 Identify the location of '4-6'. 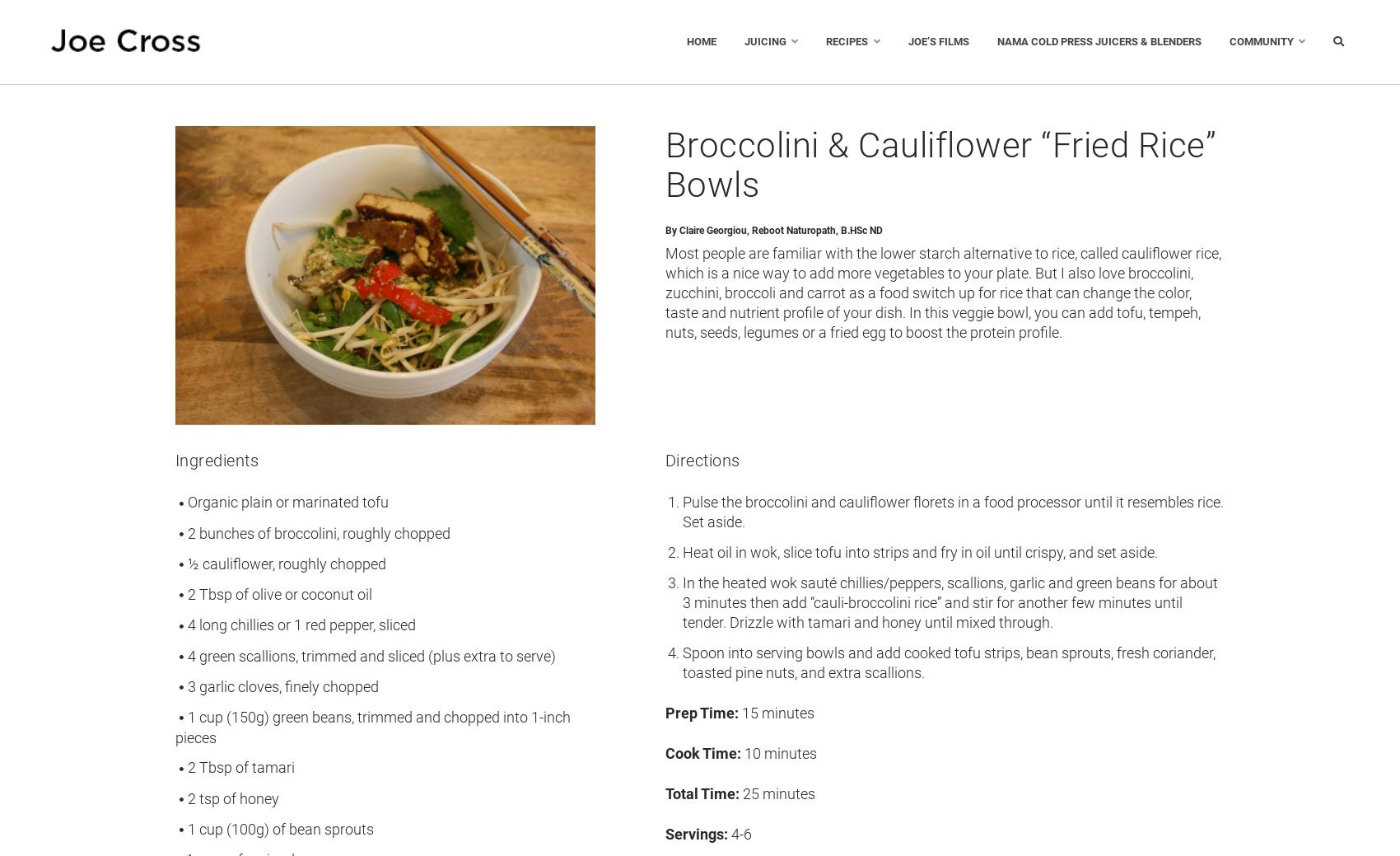
(739, 833).